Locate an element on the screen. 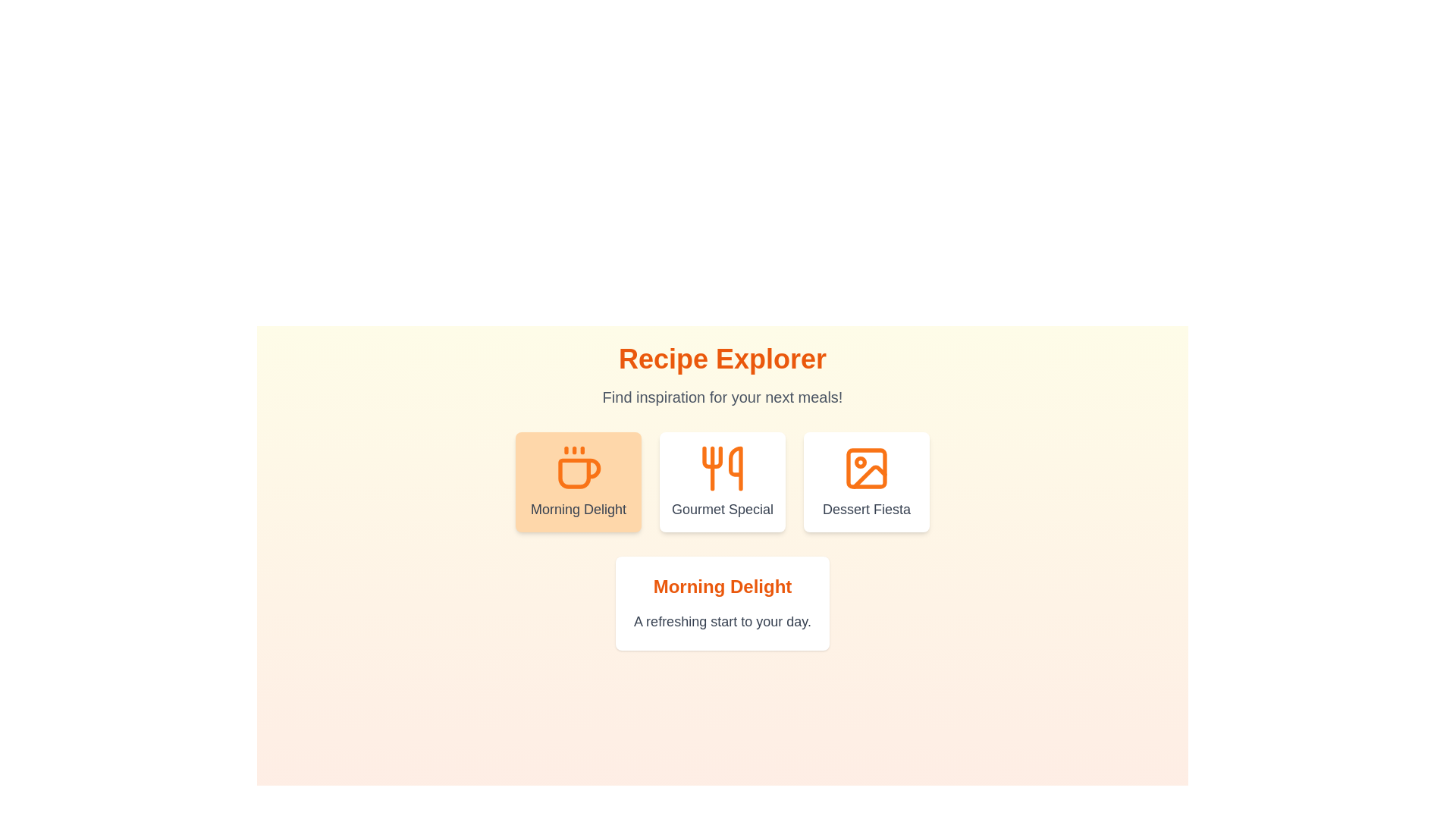 The image size is (1456, 819). the text label displaying 'Morning Delight', which is located at the bottom section of the leftmost card is located at coordinates (578, 509).